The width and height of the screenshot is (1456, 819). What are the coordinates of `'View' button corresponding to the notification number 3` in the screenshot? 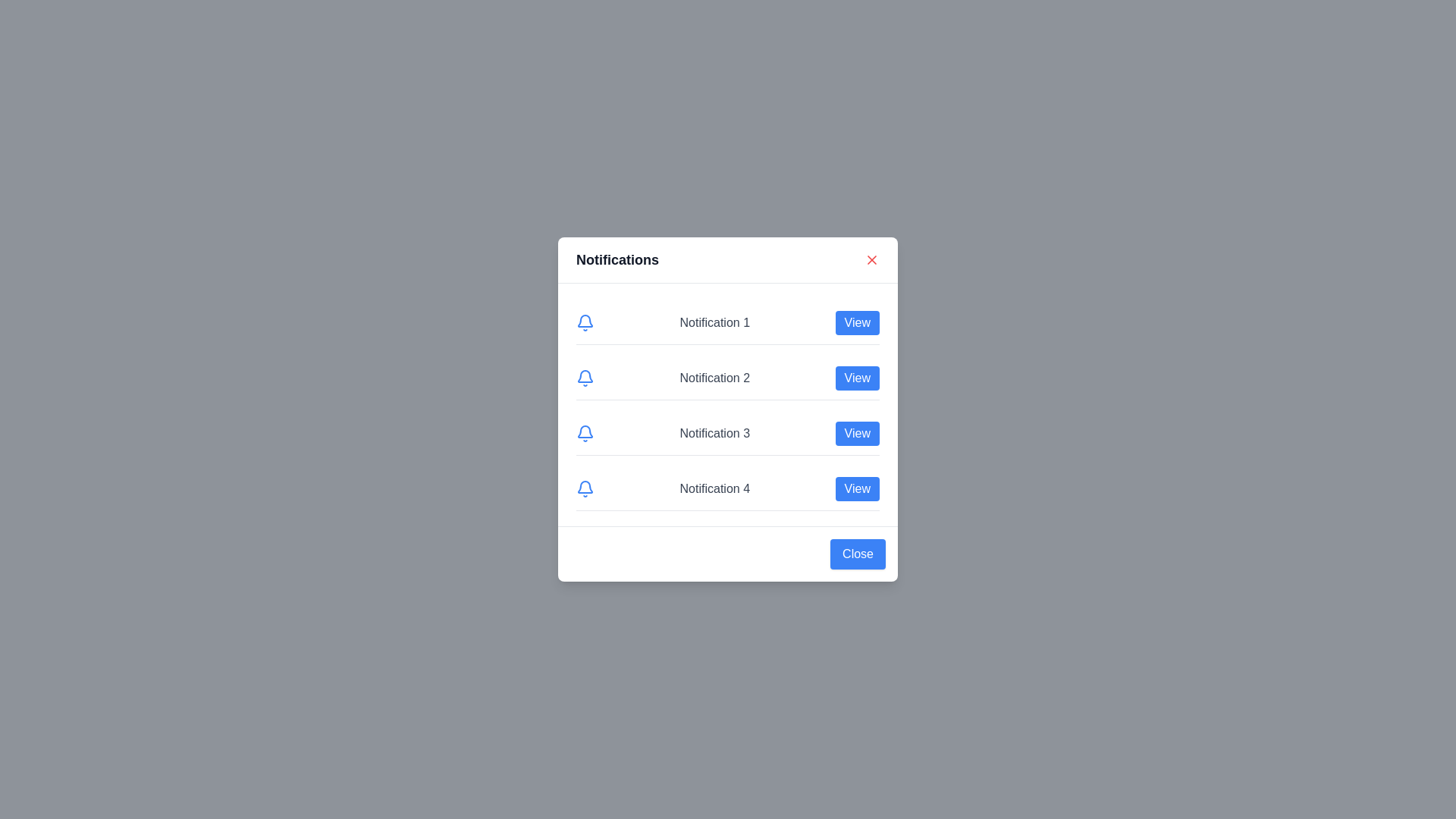 It's located at (856, 433).